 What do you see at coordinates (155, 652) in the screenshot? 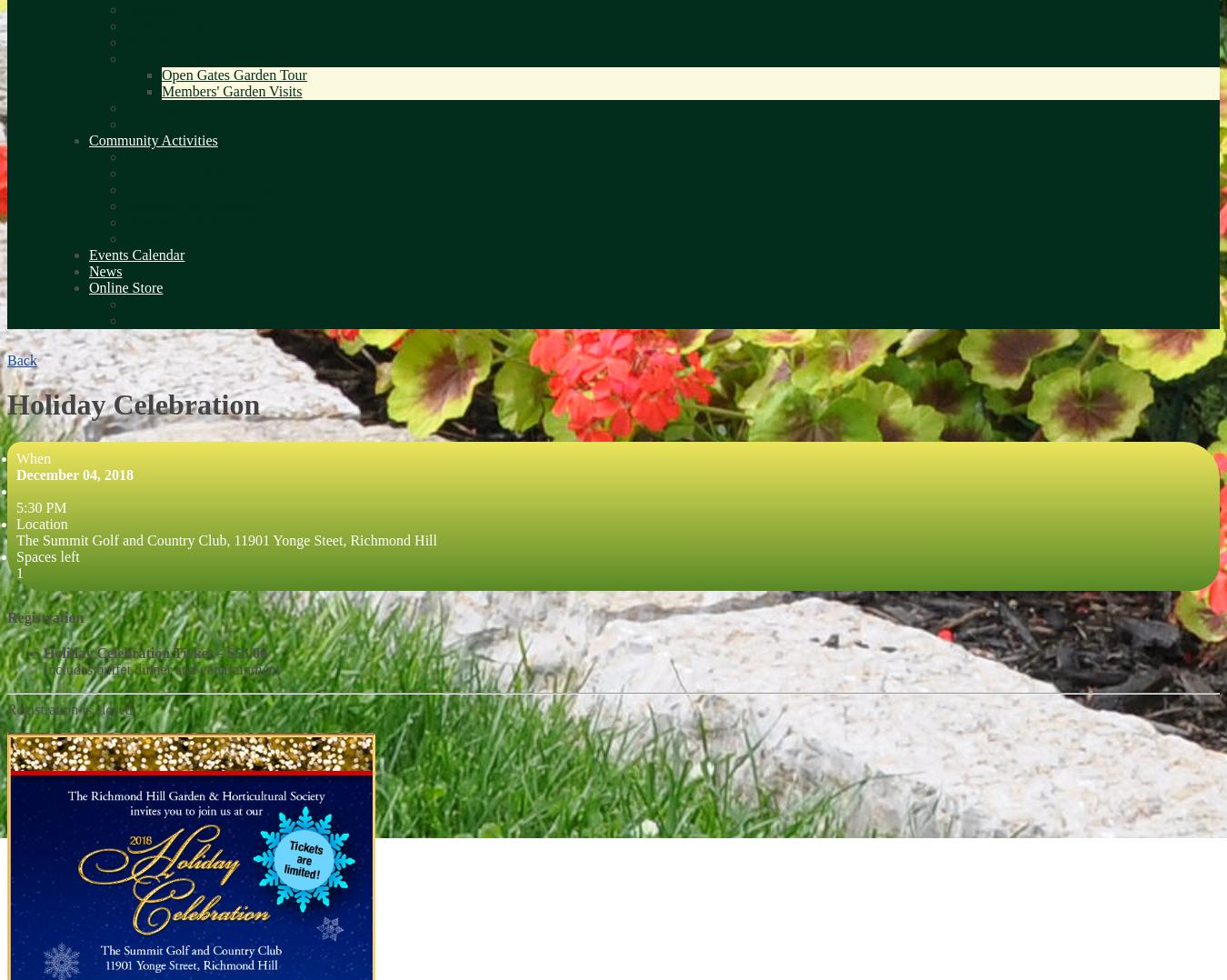
I see `'Holiday Celebration Ticket – $55.00'` at bounding box center [155, 652].